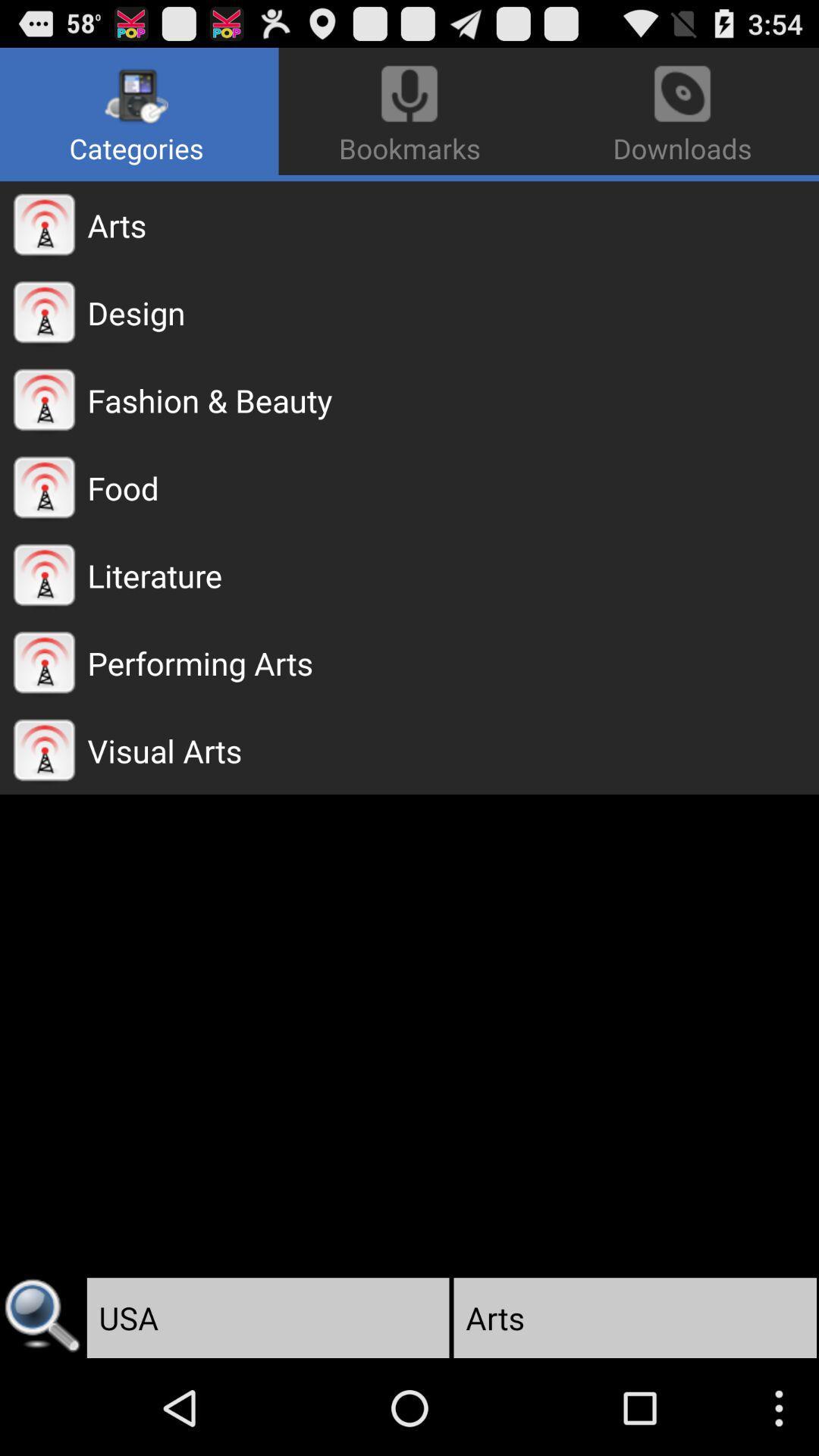 Image resolution: width=819 pixels, height=1456 pixels. Describe the element at coordinates (452, 750) in the screenshot. I see `the visual arts` at that location.